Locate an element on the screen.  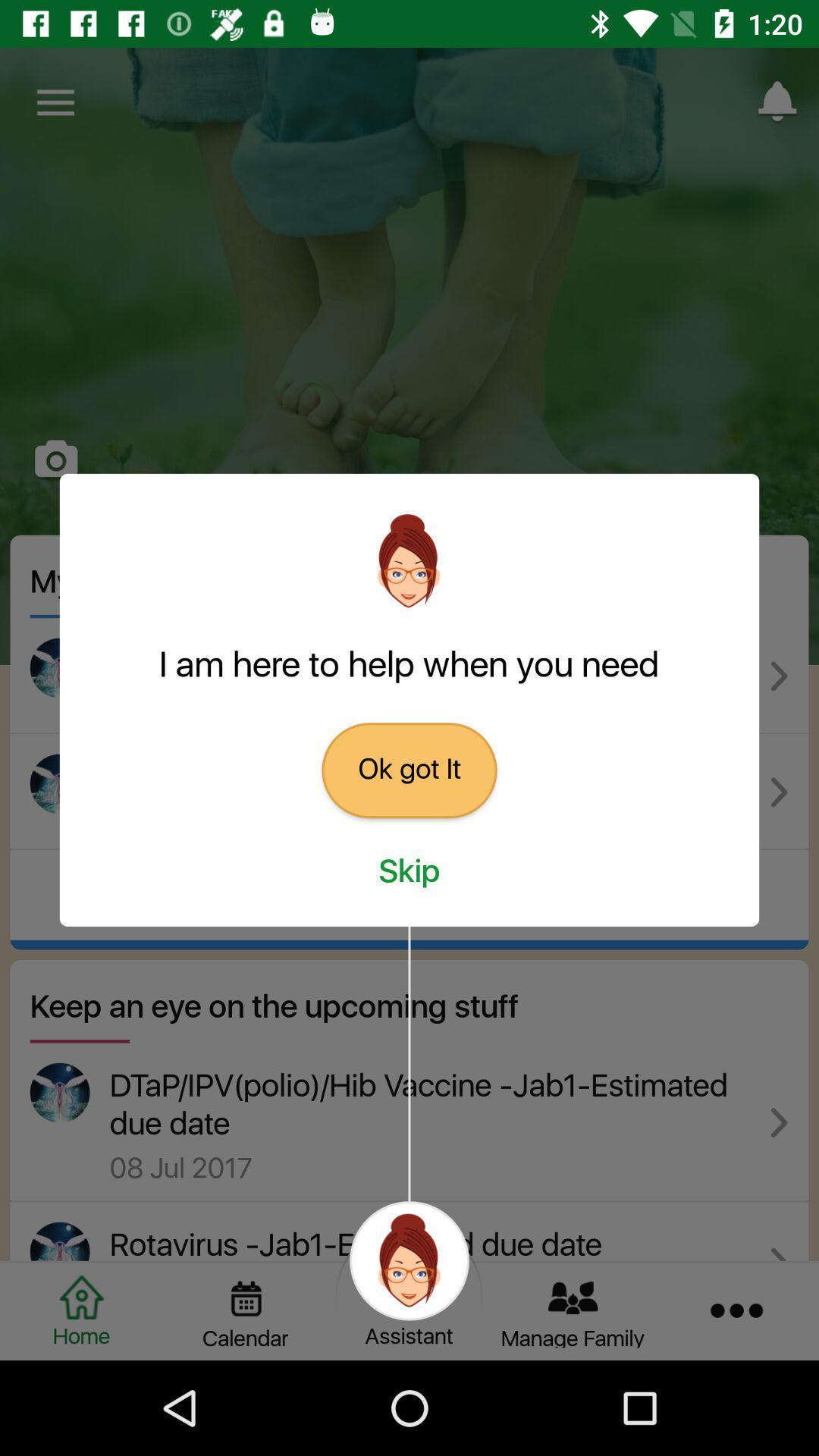
icon below i am here icon is located at coordinates (409, 770).